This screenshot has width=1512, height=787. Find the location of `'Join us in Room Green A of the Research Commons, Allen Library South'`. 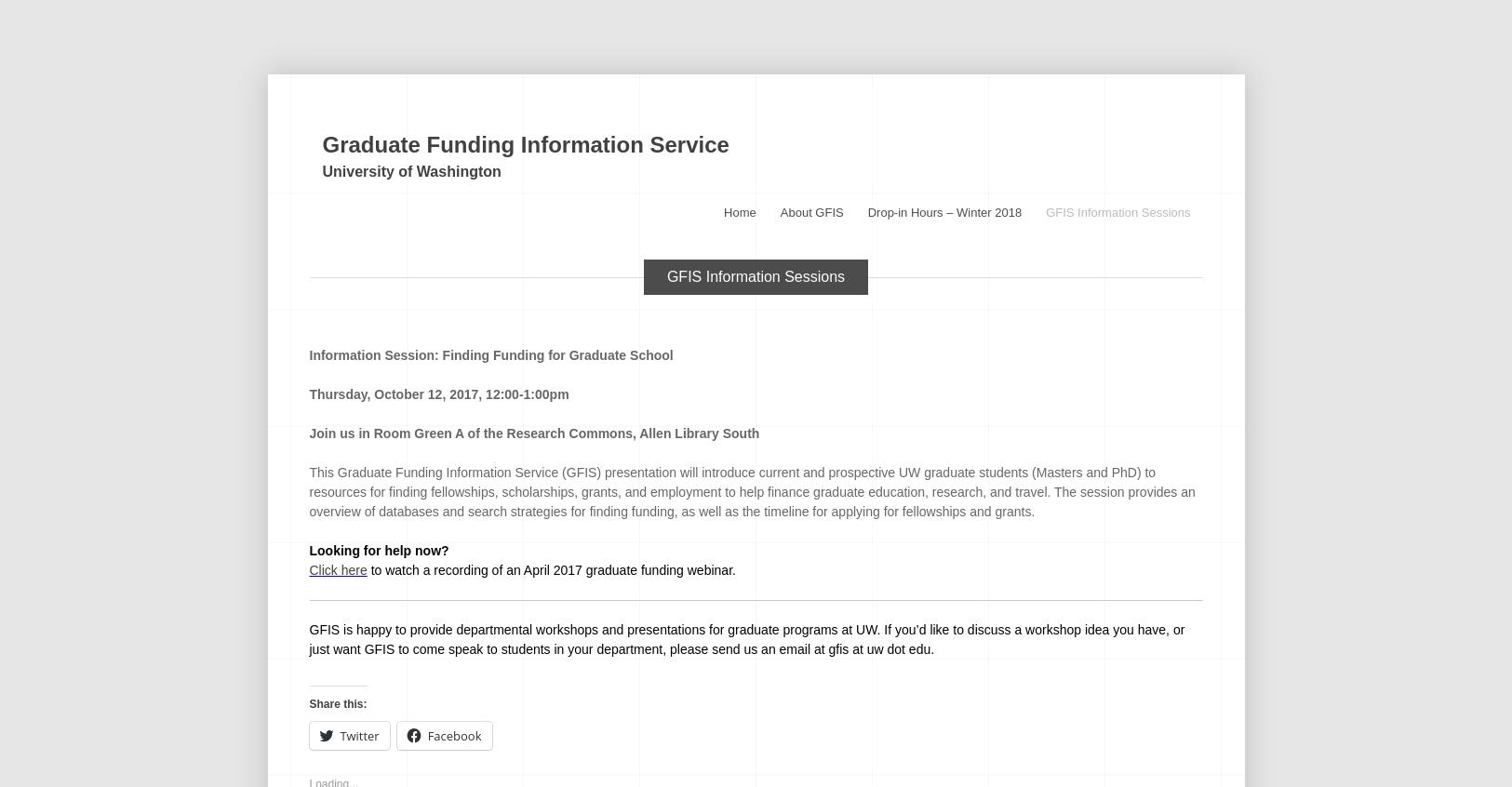

'Join us in Room Green A of the Research Commons, Allen Library South' is located at coordinates (532, 432).